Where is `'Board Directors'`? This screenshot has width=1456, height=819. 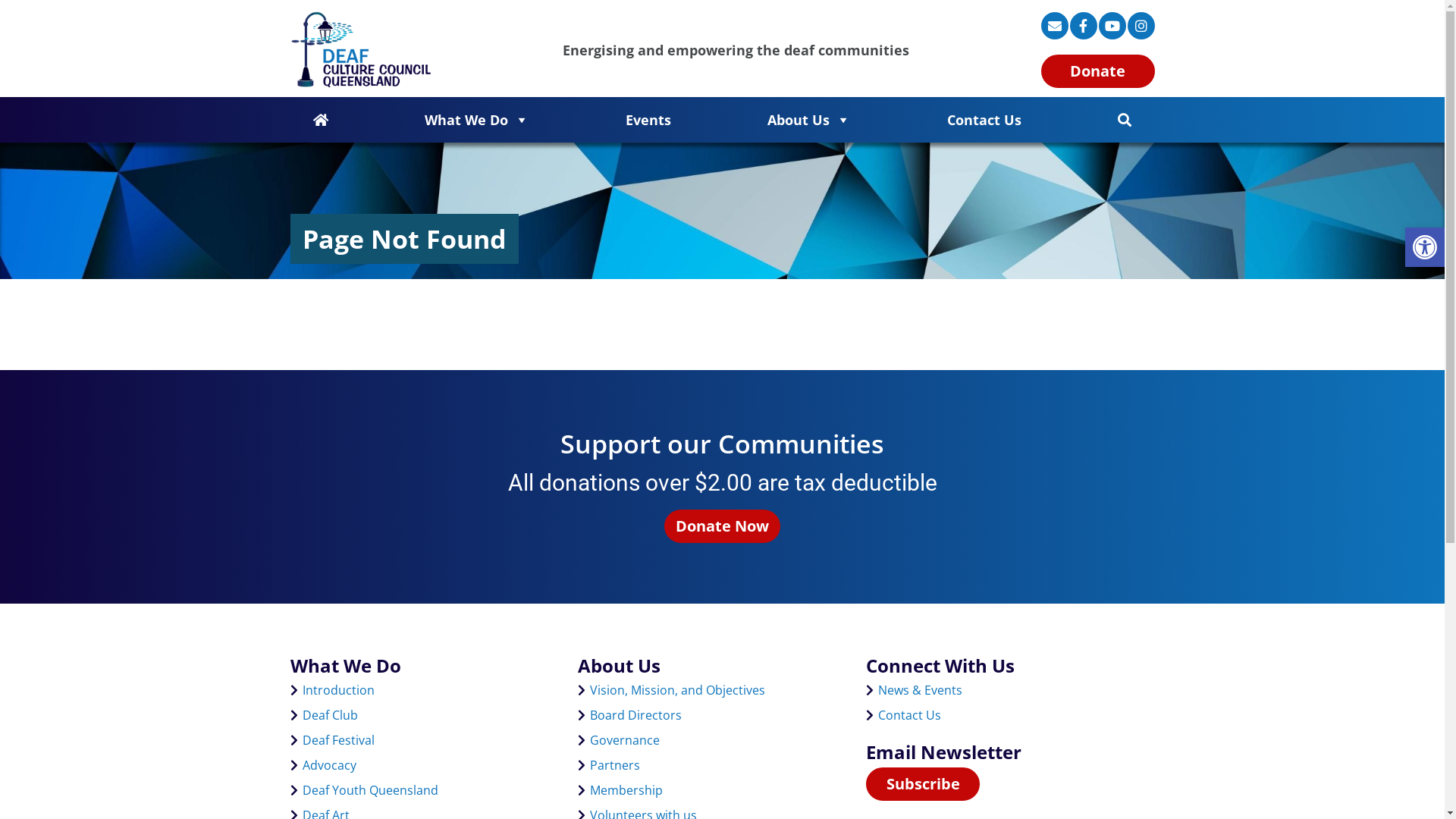
'Board Directors' is located at coordinates (635, 714).